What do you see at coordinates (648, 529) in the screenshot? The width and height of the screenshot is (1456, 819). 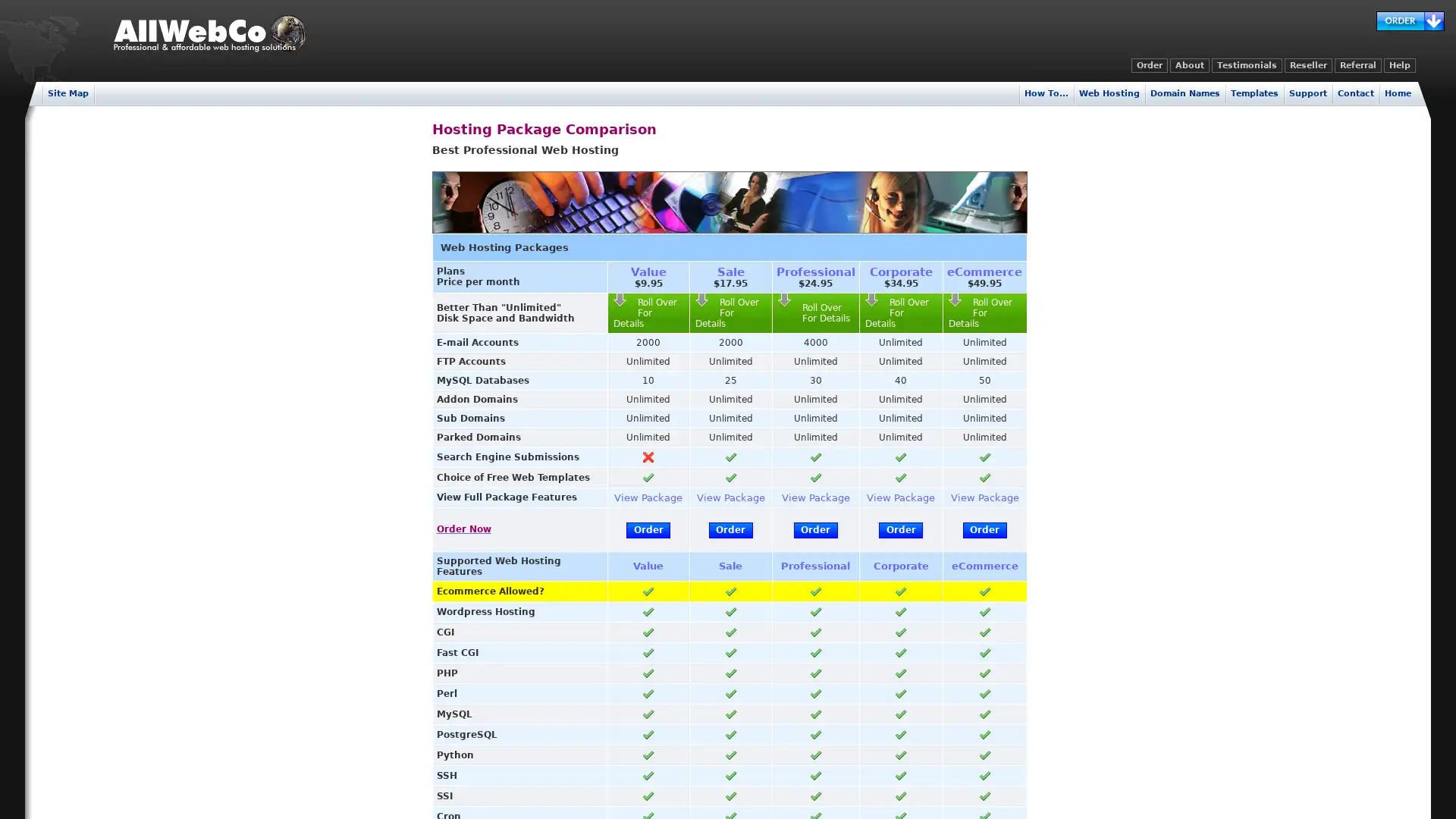 I see `Order` at bounding box center [648, 529].